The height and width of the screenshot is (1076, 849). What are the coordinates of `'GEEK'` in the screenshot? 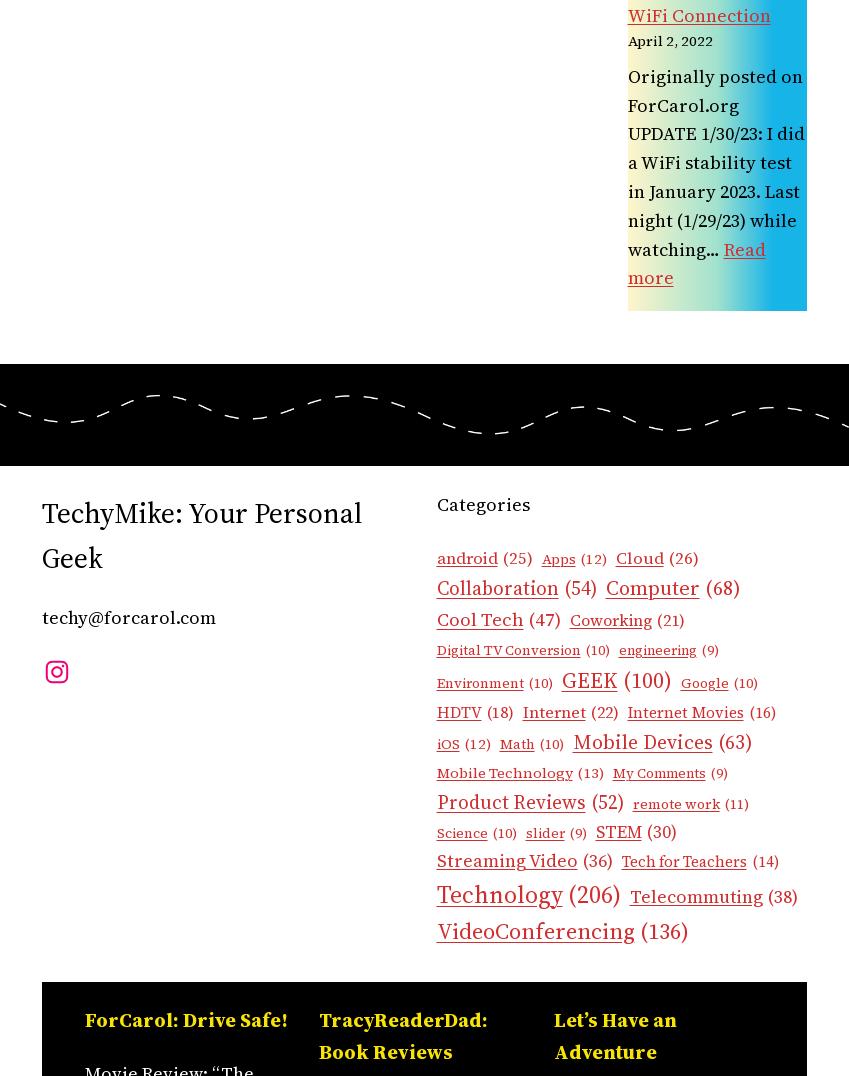 It's located at (588, 679).